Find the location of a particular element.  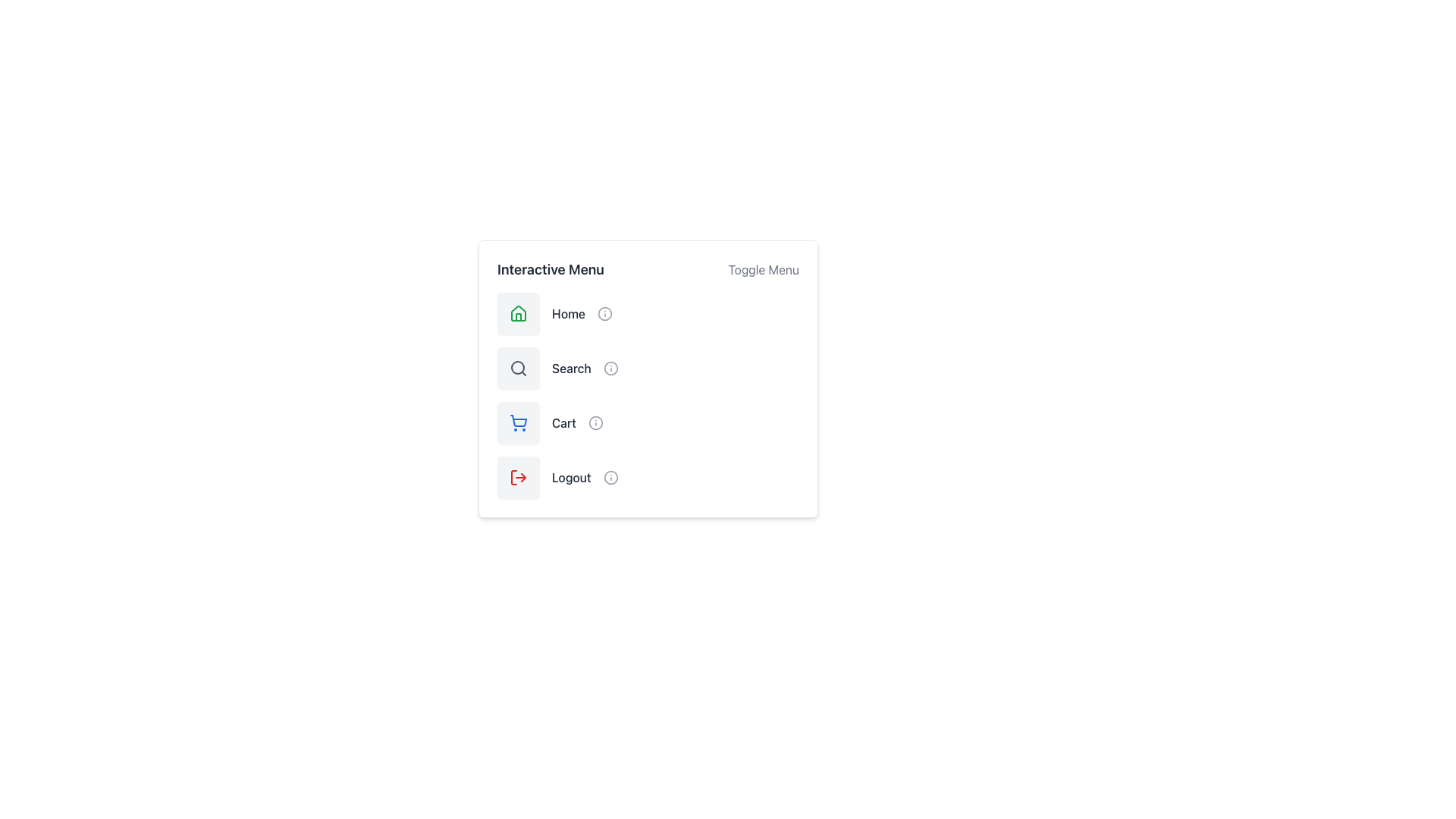

the 'Home' button located at the top of the 'Interactive Menu' panel, which serves as an indicator to redirect the user to the homepage is located at coordinates (519, 312).